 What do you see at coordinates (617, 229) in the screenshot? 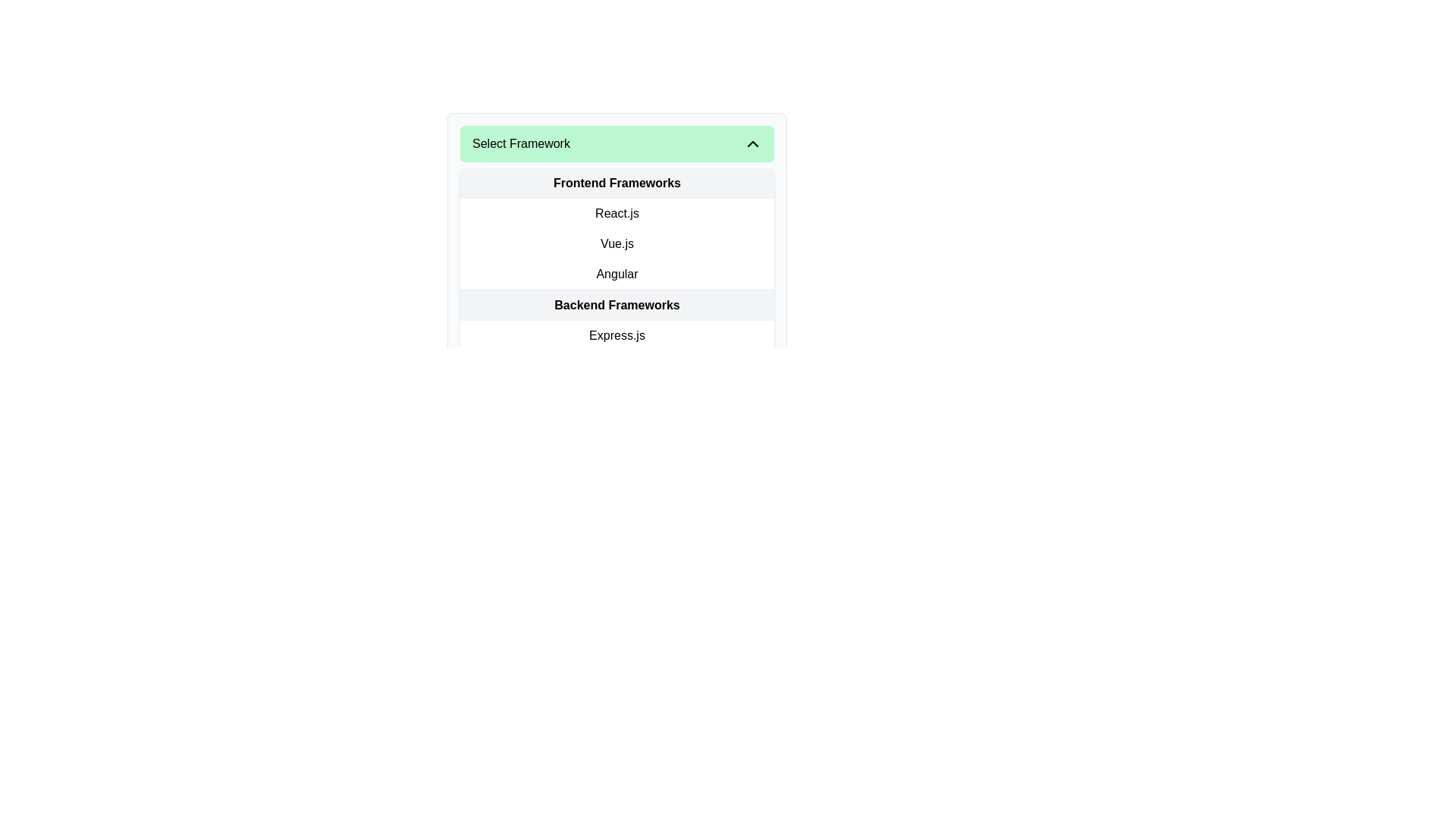
I see `the list item 'Vue.js' within the 'Frontend Frameworks' categorized list` at bounding box center [617, 229].